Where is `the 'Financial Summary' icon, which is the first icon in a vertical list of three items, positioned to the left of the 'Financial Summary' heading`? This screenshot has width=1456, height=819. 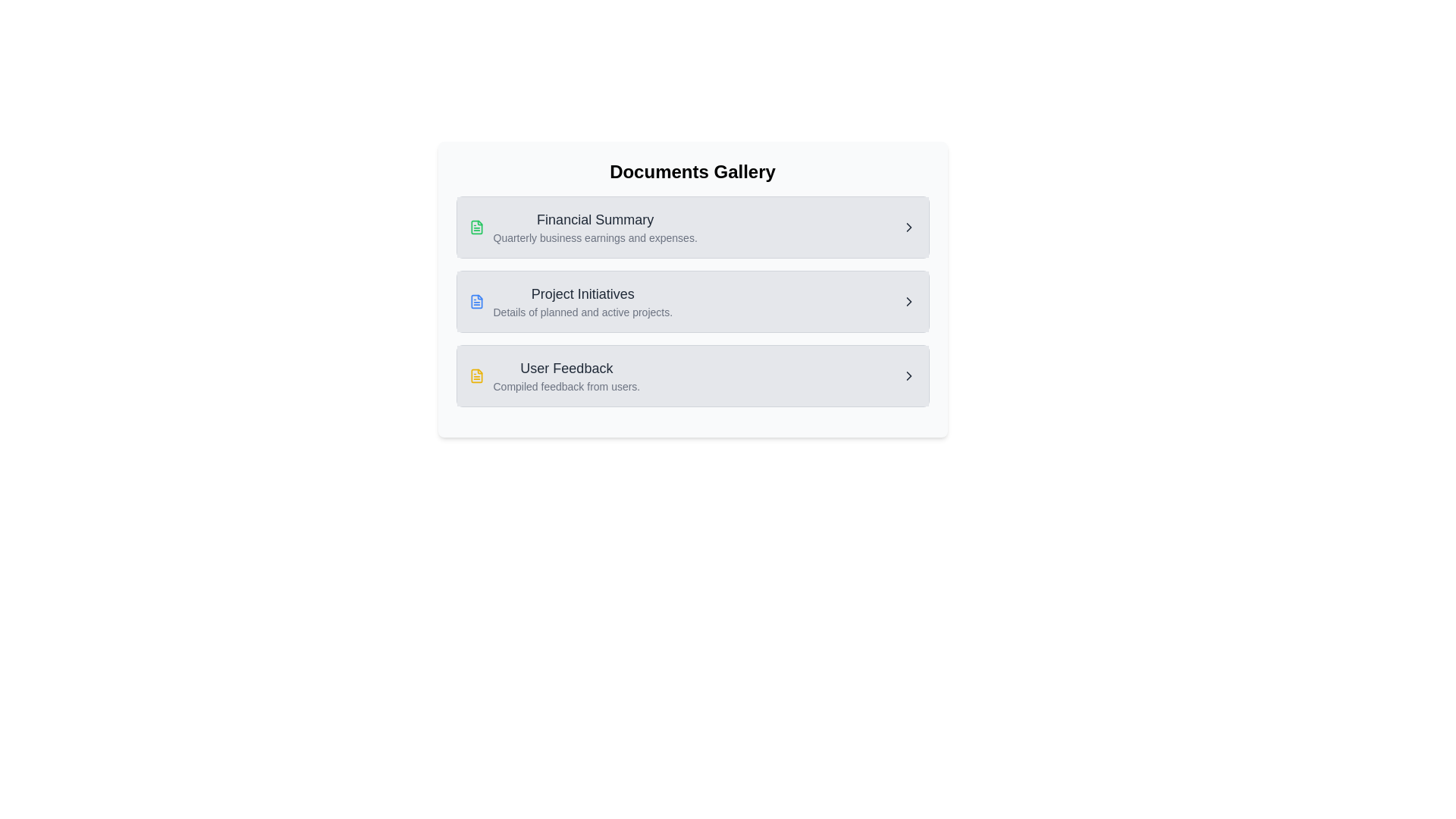 the 'Financial Summary' icon, which is the first icon in a vertical list of three items, positioned to the left of the 'Financial Summary' heading is located at coordinates (475, 227).